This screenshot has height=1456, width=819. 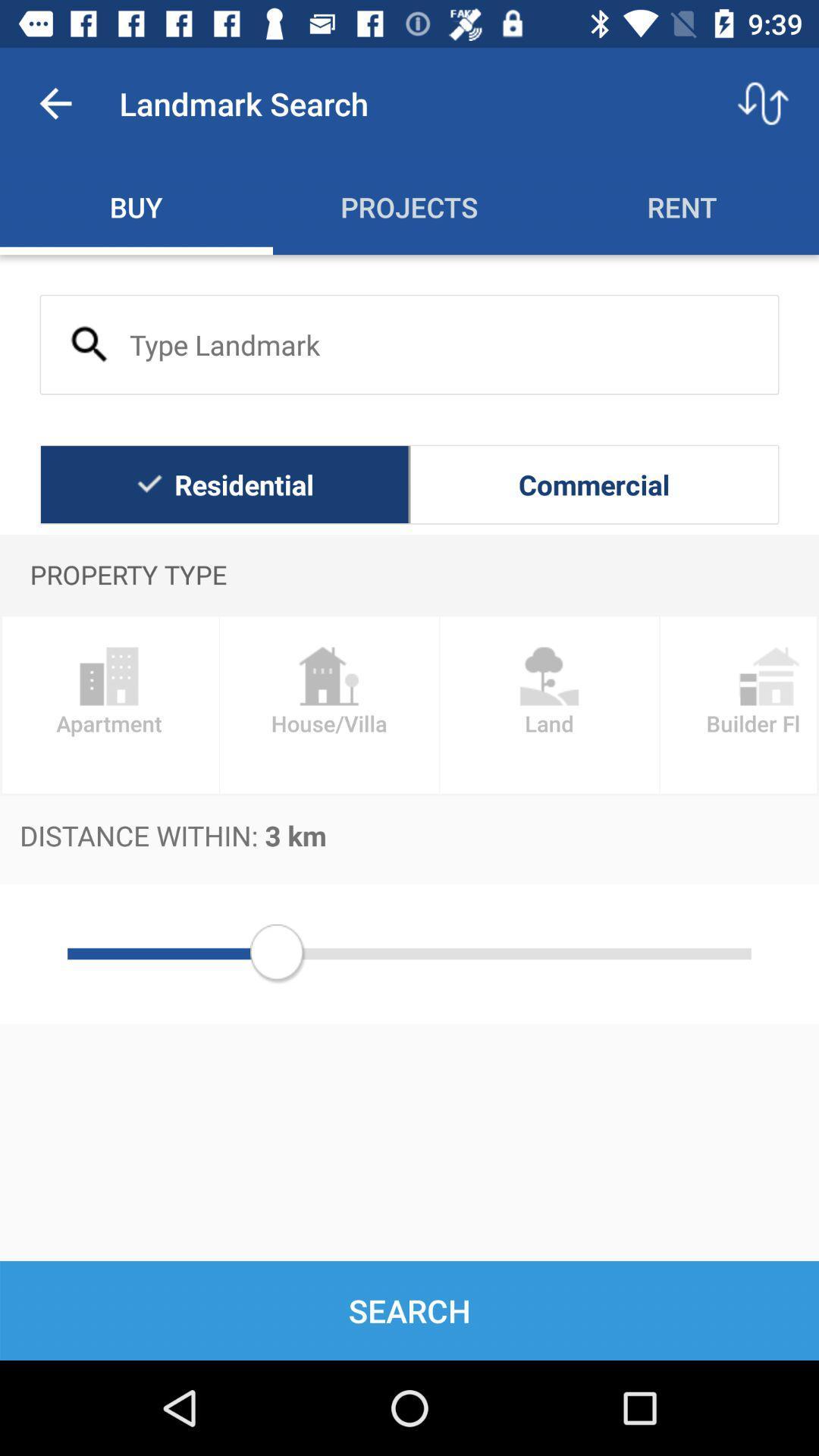 I want to click on item below property type icon, so click(x=739, y=704).